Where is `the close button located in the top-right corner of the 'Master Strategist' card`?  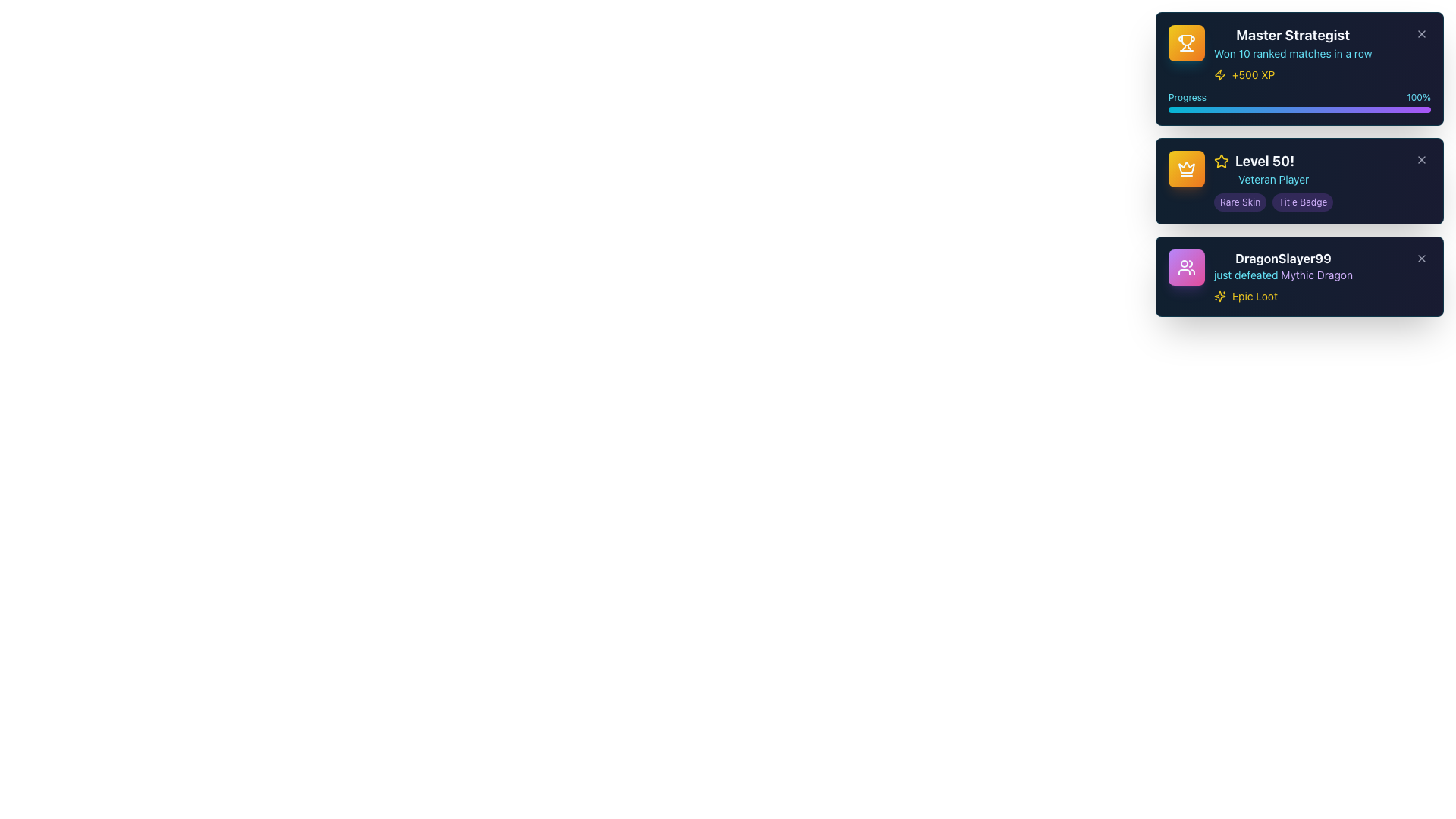
the close button located in the top-right corner of the 'Master Strategist' card is located at coordinates (1421, 34).